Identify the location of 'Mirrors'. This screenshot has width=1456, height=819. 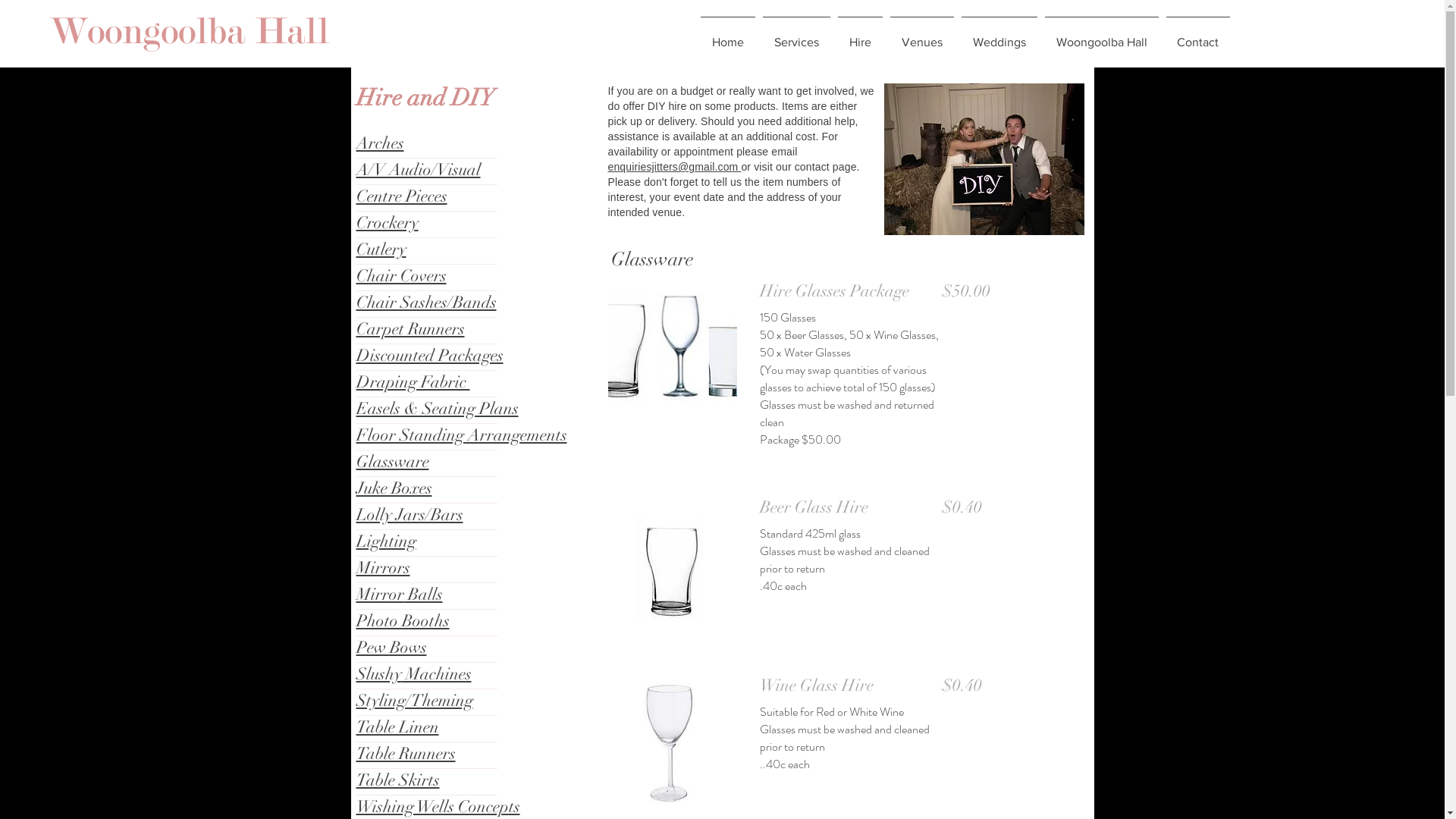
(356, 567).